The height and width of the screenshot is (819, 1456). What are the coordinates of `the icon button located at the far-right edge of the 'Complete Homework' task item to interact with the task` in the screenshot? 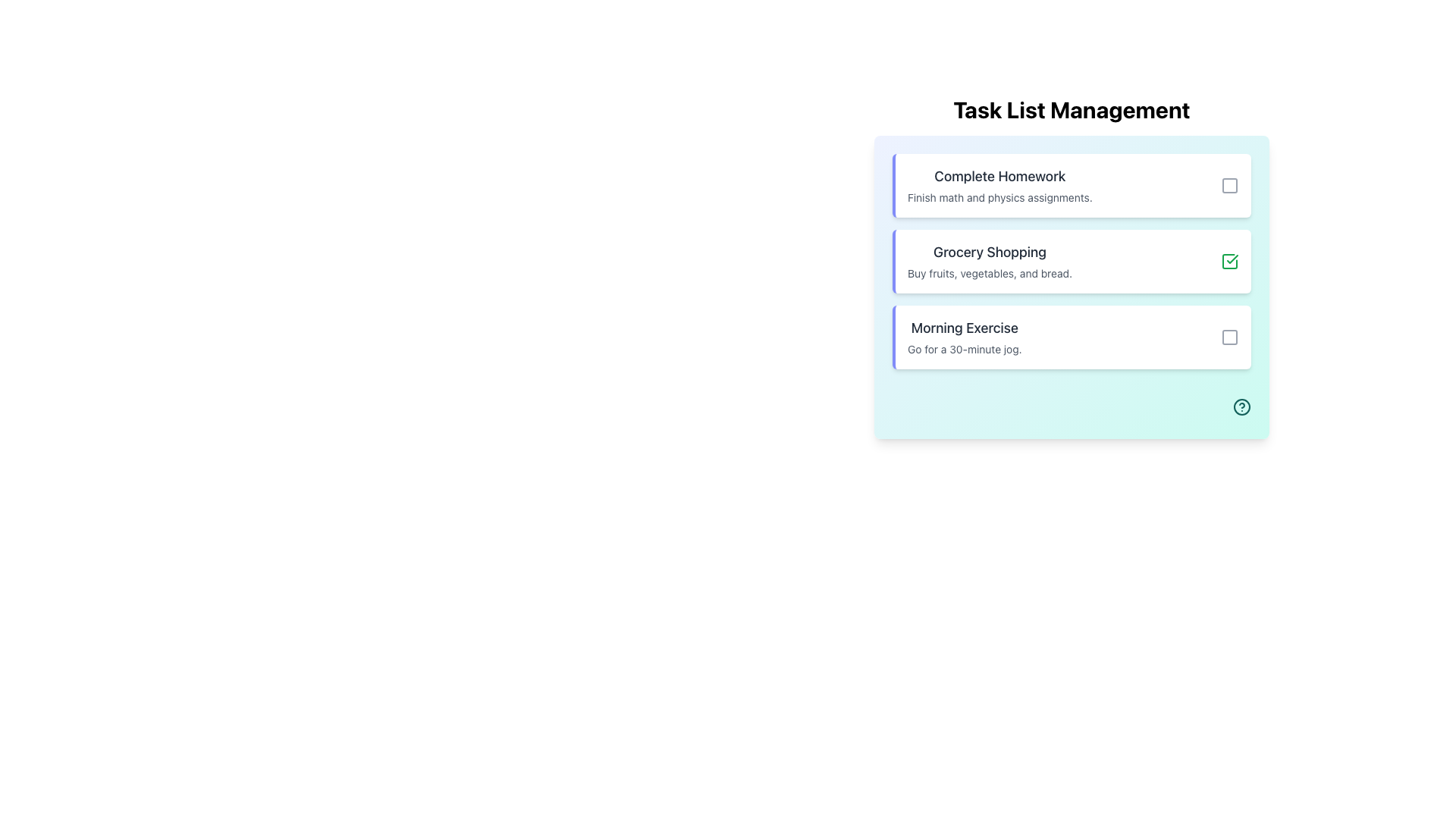 It's located at (1230, 185).